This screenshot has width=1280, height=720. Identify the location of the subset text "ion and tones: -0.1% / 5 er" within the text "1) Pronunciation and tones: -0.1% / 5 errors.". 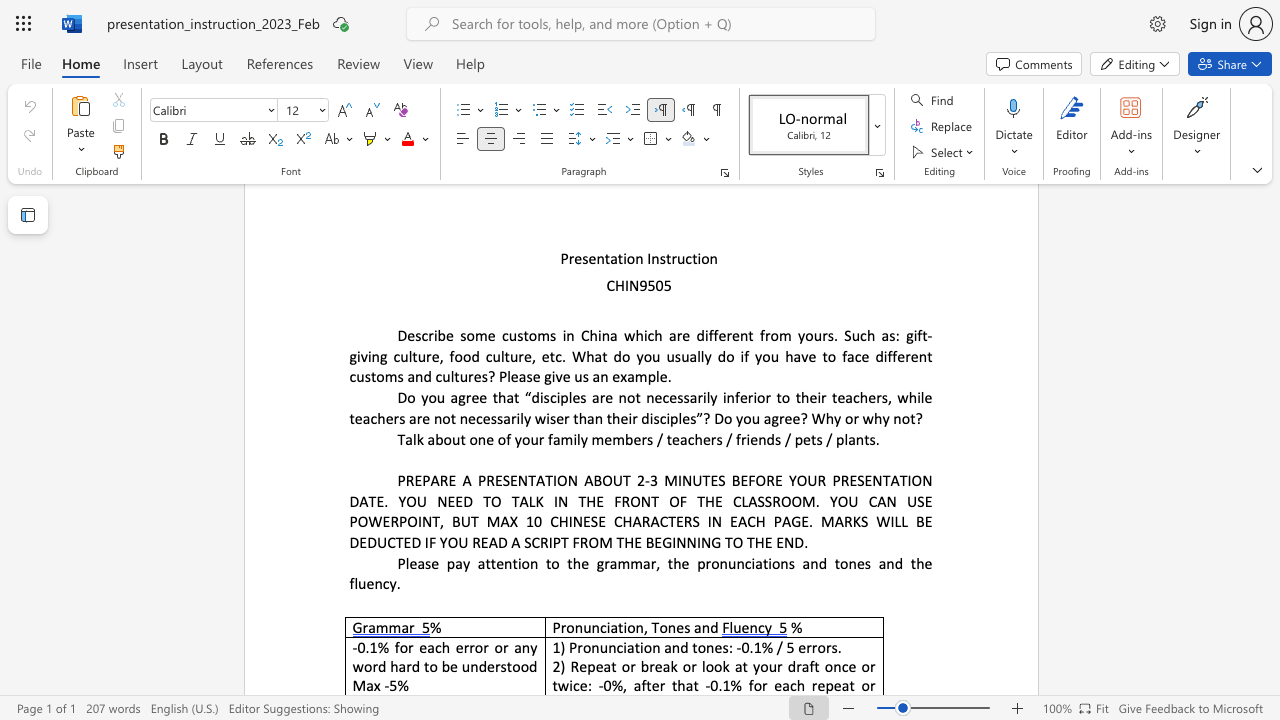
(640, 647).